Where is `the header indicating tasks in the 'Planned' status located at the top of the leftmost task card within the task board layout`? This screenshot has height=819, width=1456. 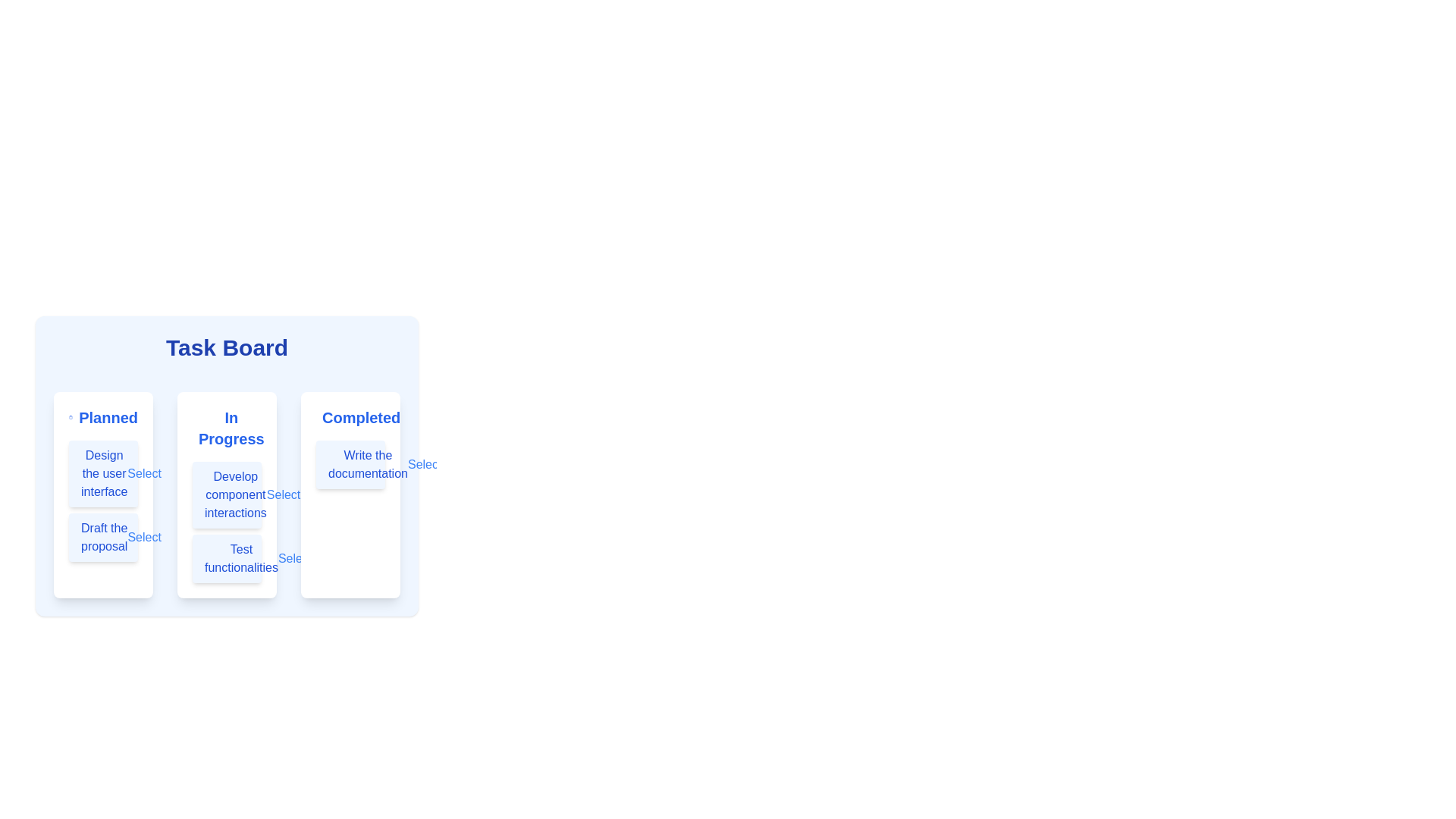
the header indicating tasks in the 'Planned' status located at the top of the leftmost task card within the task board layout is located at coordinates (102, 418).